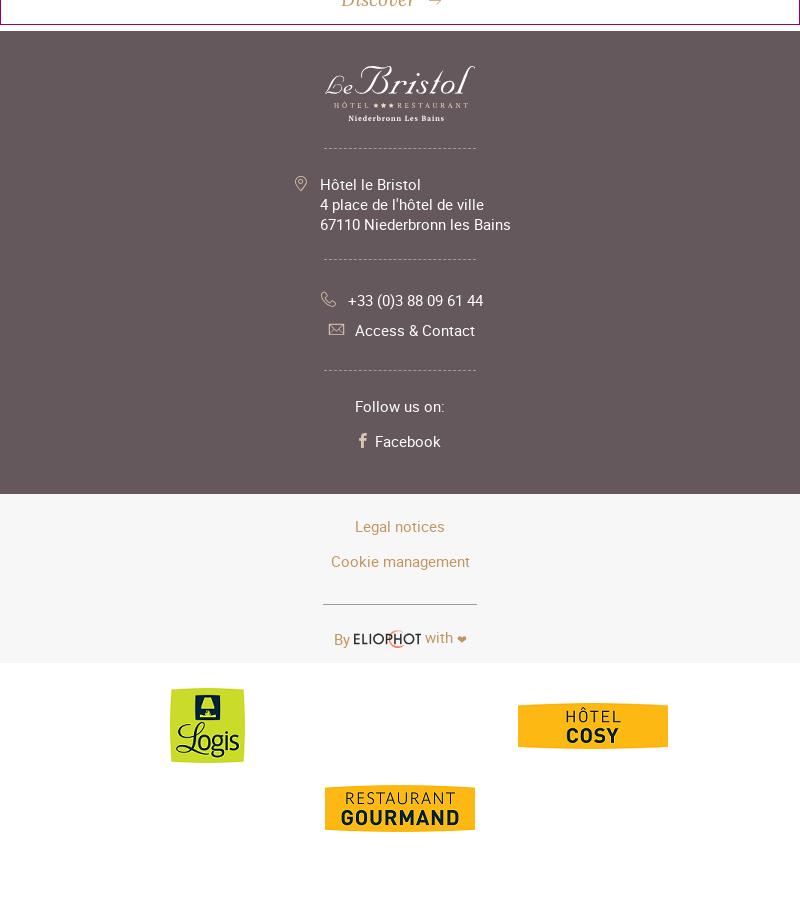 Image resolution: width=800 pixels, height=901 pixels. What do you see at coordinates (420, 637) in the screenshot?
I see `'with'` at bounding box center [420, 637].